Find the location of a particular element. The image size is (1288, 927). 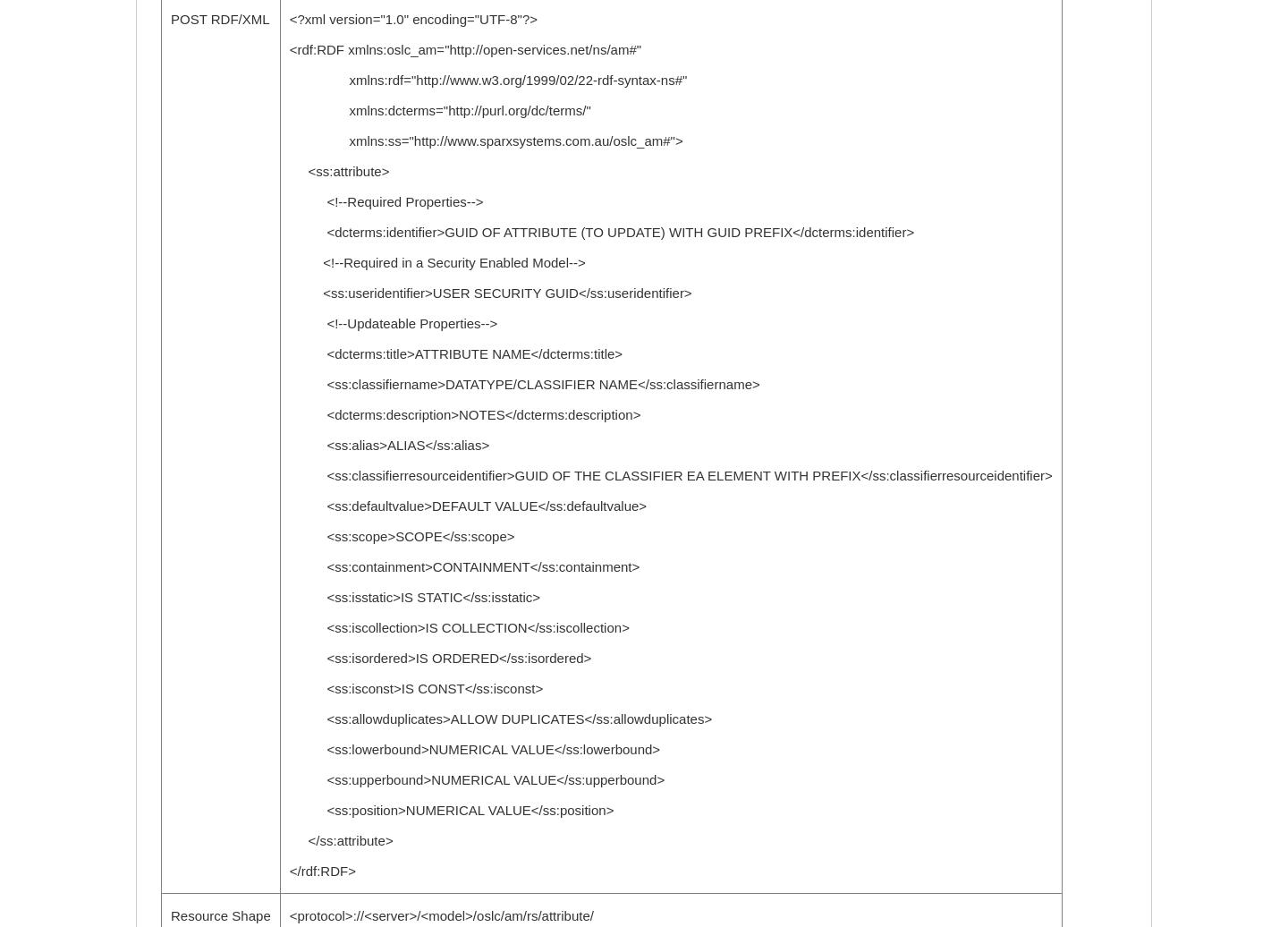

'<ss:scope>SCOPE</ss:scope>' is located at coordinates (288, 536).